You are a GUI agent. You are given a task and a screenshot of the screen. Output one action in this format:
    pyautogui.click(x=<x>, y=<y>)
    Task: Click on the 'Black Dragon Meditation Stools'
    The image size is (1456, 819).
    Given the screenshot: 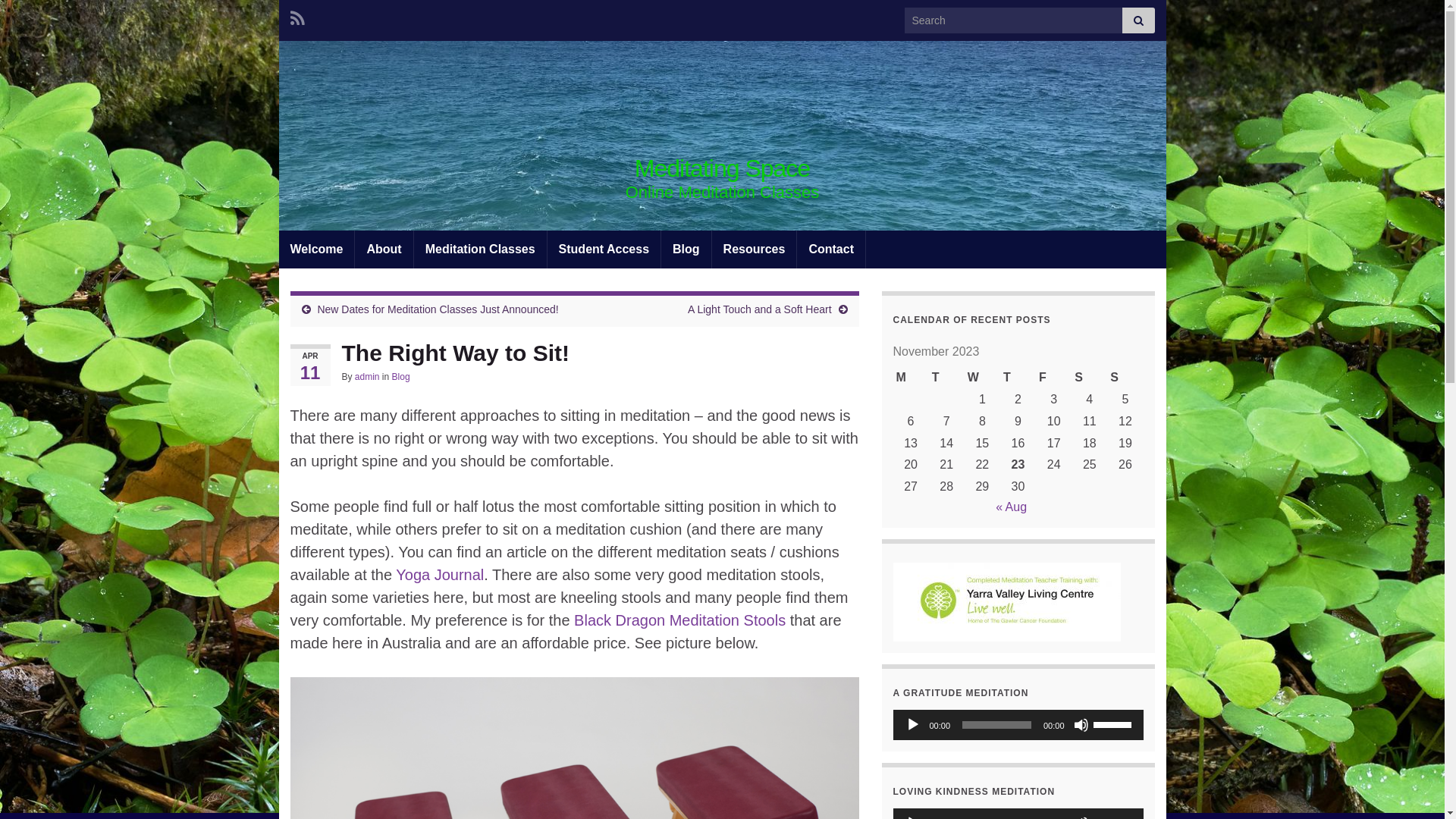 What is the action you would take?
    pyautogui.click(x=679, y=620)
    